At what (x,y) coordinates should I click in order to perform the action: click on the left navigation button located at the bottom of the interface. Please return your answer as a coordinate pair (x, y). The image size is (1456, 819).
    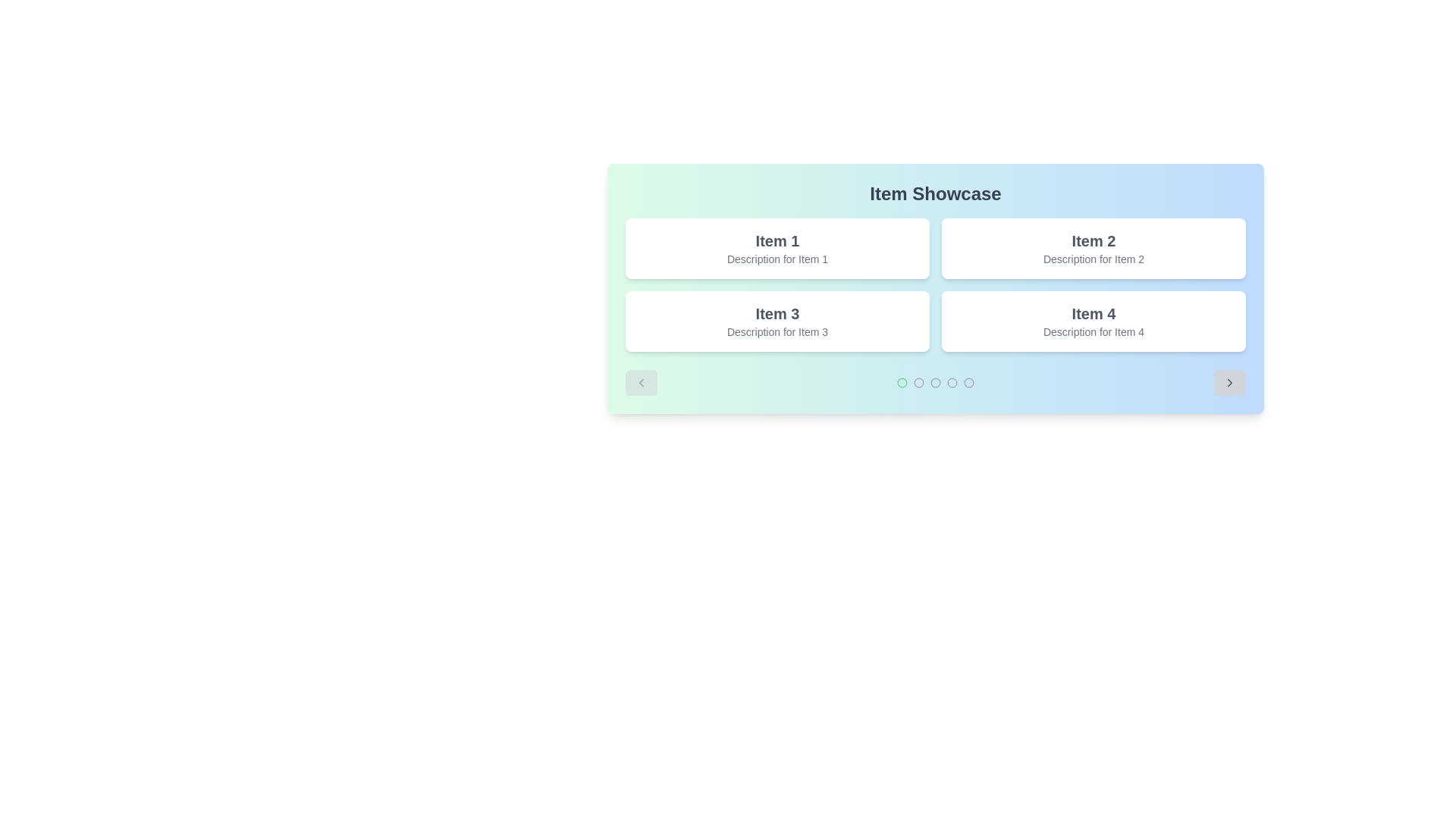
    Looking at the image, I should click on (641, 382).